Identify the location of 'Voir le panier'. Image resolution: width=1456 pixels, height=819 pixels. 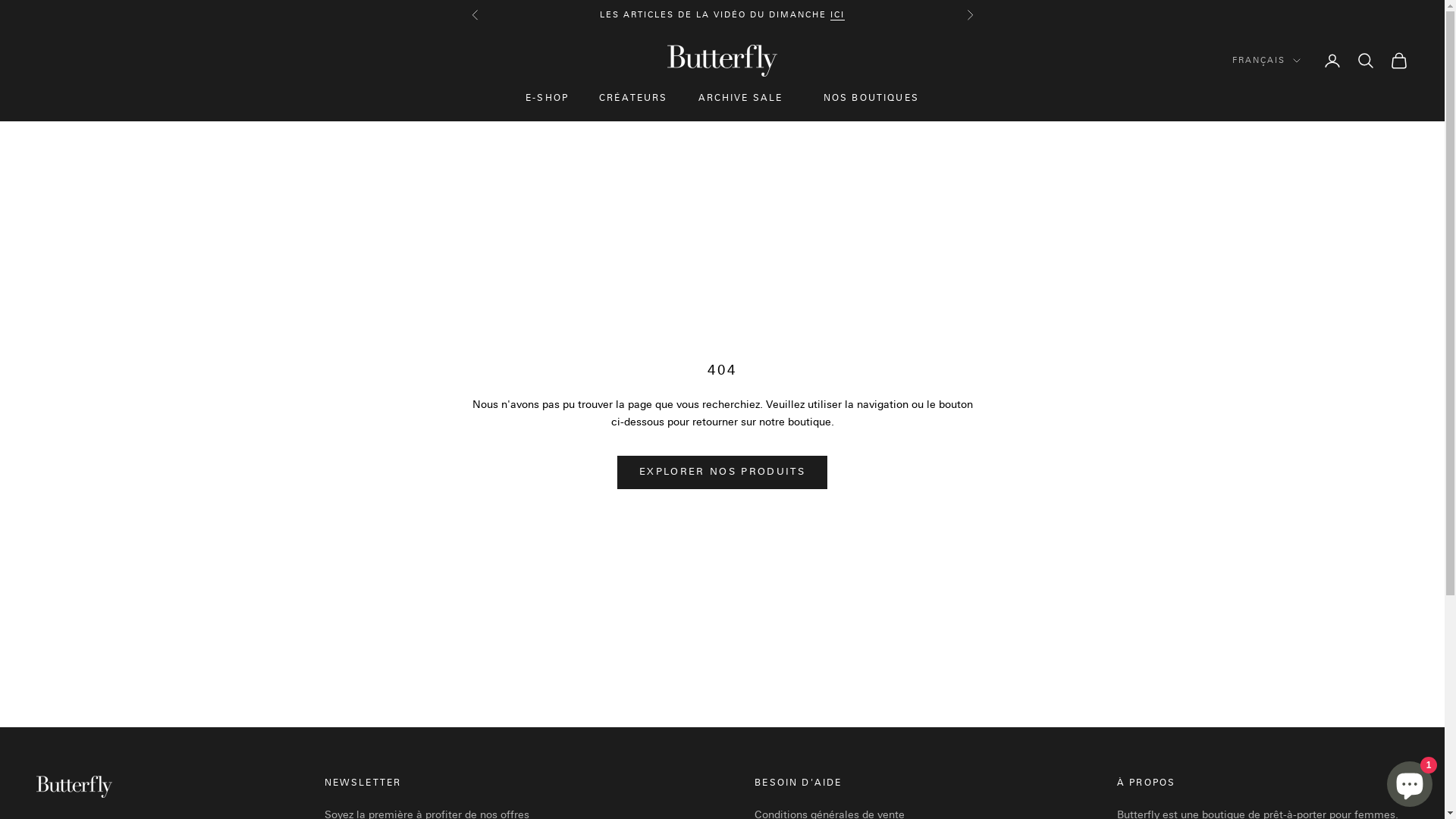
(1398, 60).